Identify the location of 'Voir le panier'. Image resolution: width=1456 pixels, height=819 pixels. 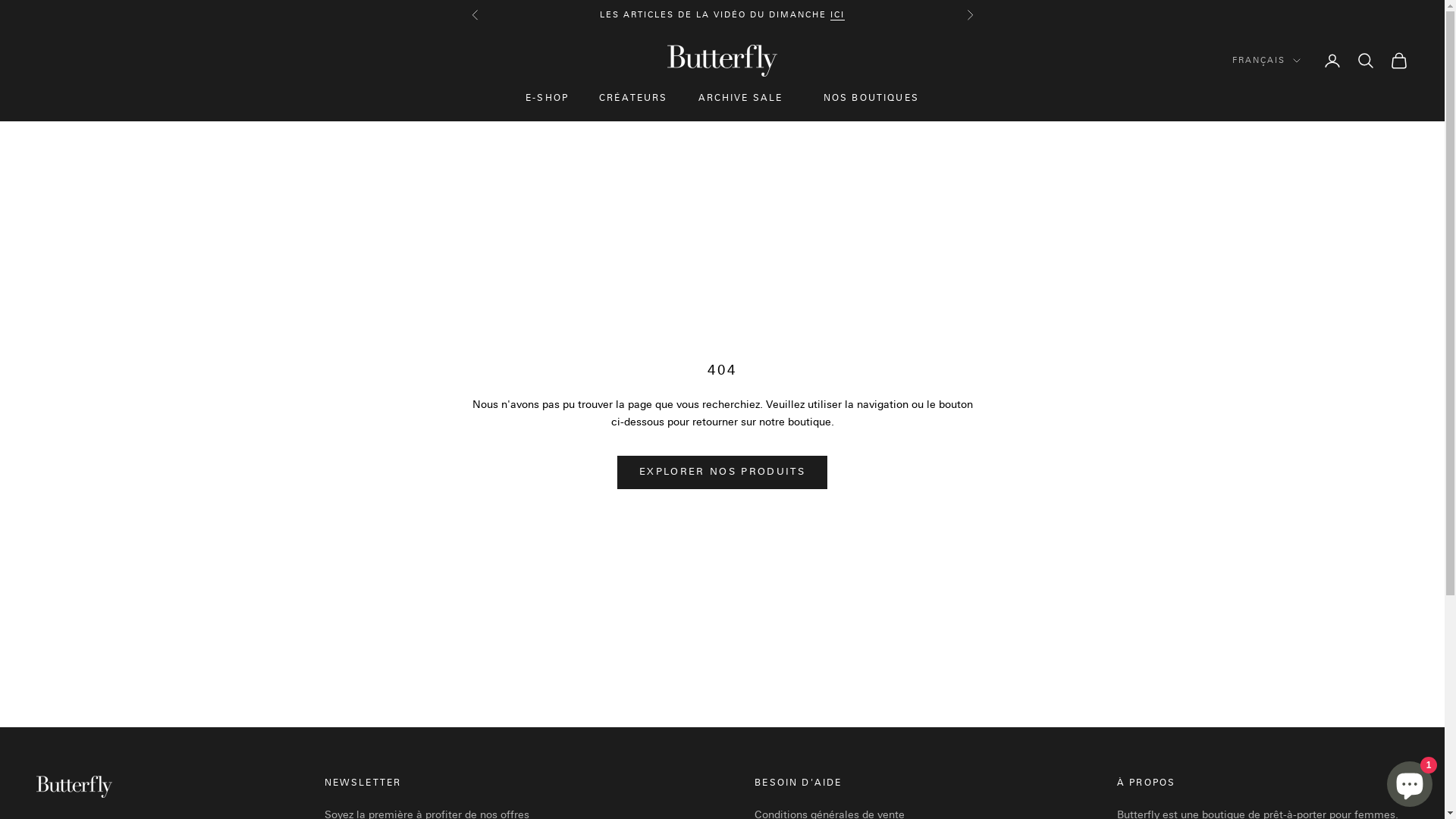
(1398, 60).